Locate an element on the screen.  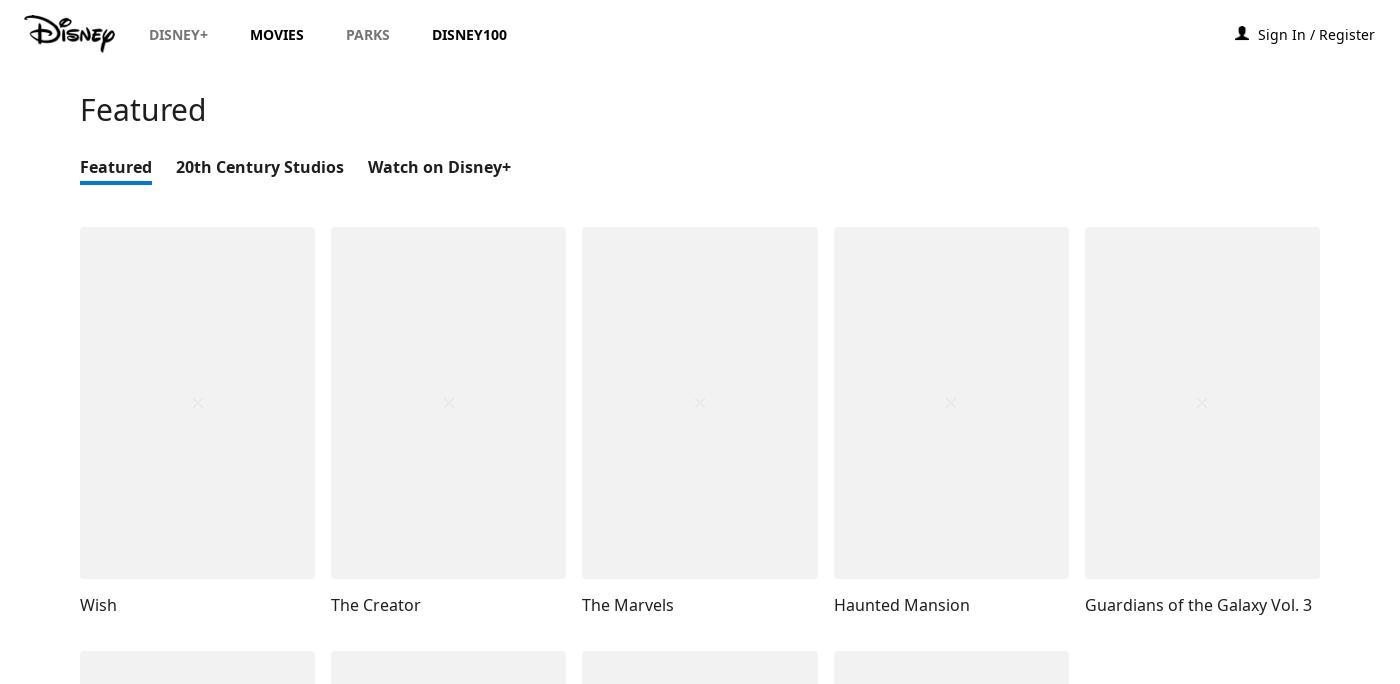
'DISNEY100' is located at coordinates (432, 34).